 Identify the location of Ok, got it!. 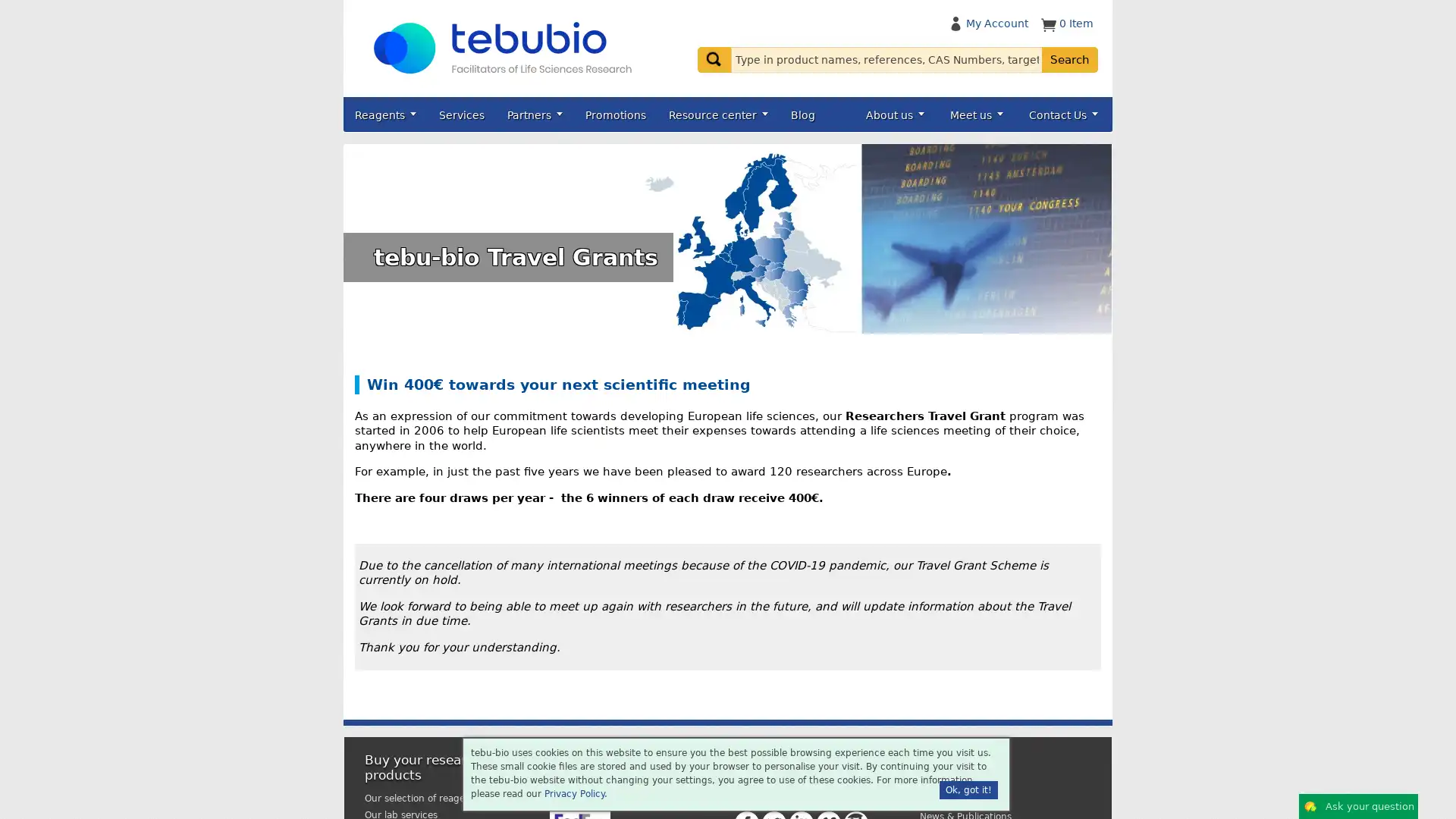
(968, 789).